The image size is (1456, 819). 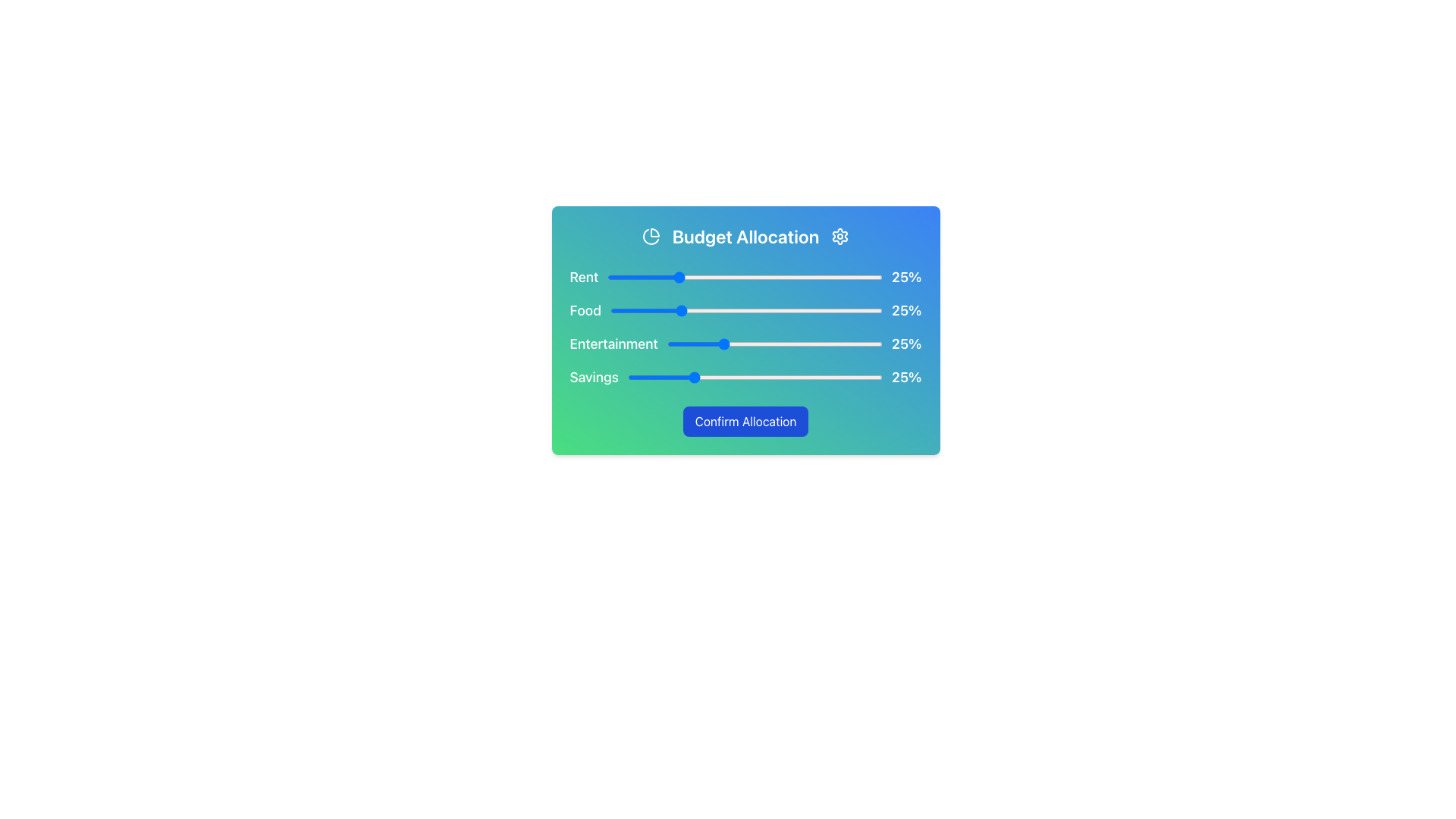 I want to click on the Savings slider, so click(x=701, y=376).